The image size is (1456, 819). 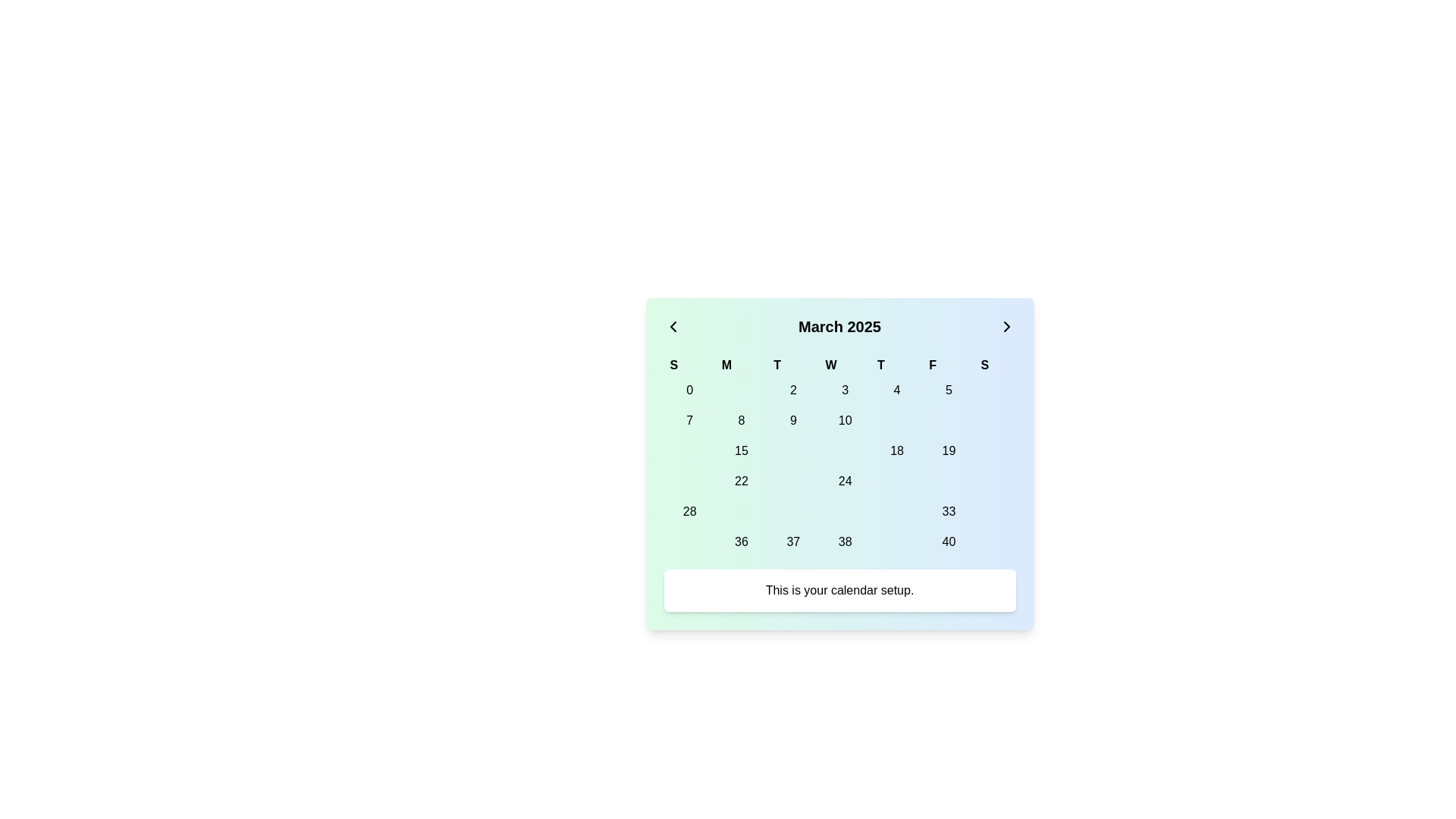 I want to click on across the calendar day selector, which displays the numbers '15', '•', '18', '19', so click(x=839, y=450).